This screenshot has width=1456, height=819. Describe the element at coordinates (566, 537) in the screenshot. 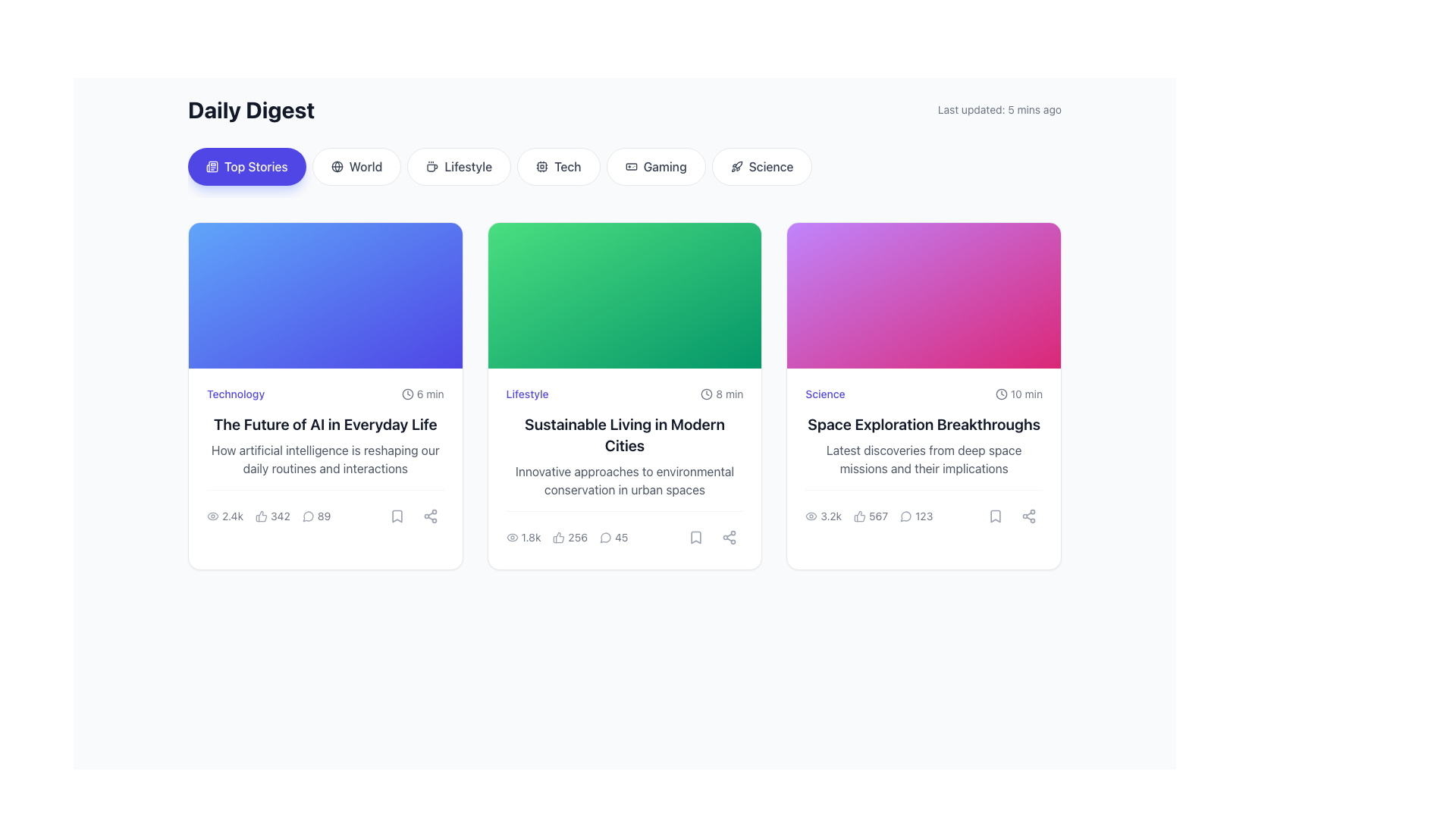

I see `the Statistic Display element that shows the count of likes (256) for the associated card content, located in the middle card of a horizontally aligned row of cards, specifically the second statistic from the right in the feedback section at the bottom of this card` at that location.